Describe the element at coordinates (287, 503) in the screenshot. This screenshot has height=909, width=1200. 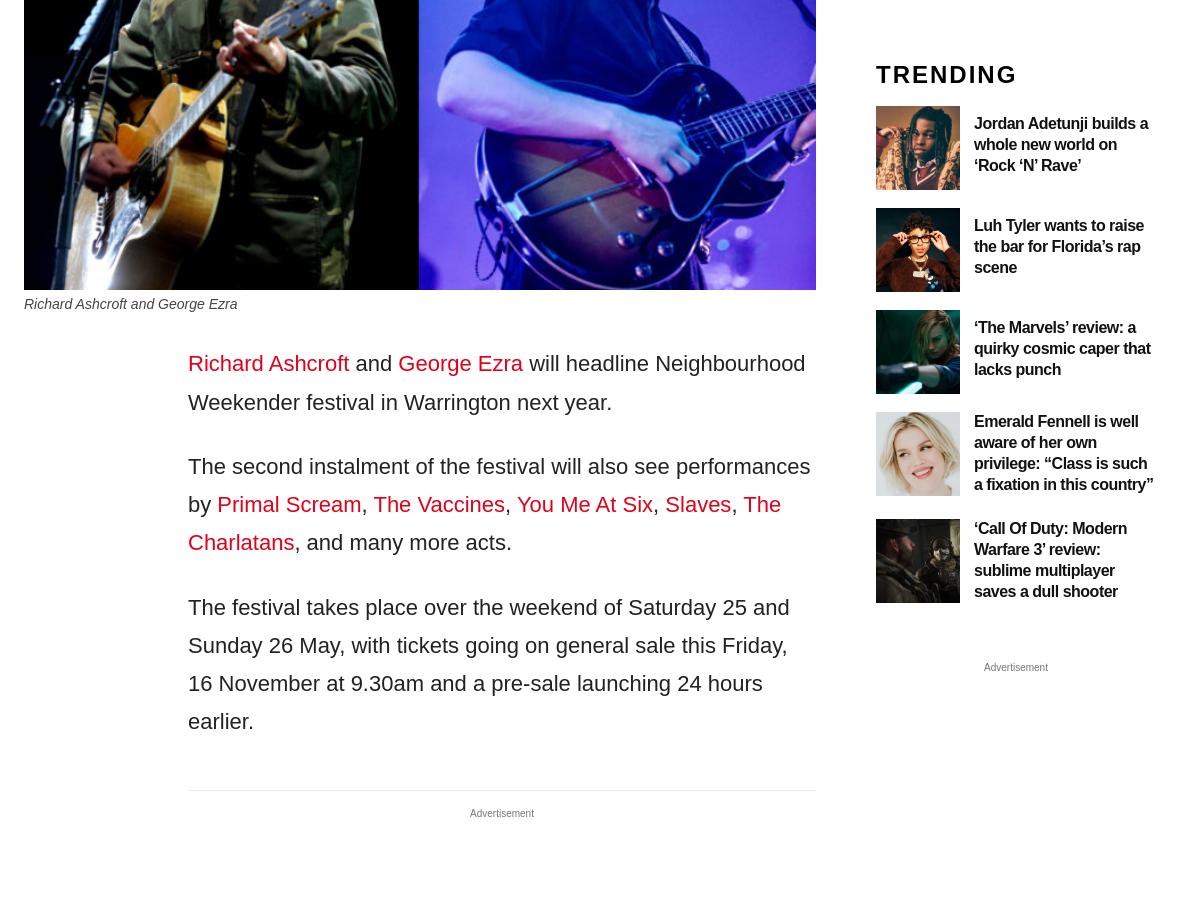
I see `'Primal Scream'` at that location.